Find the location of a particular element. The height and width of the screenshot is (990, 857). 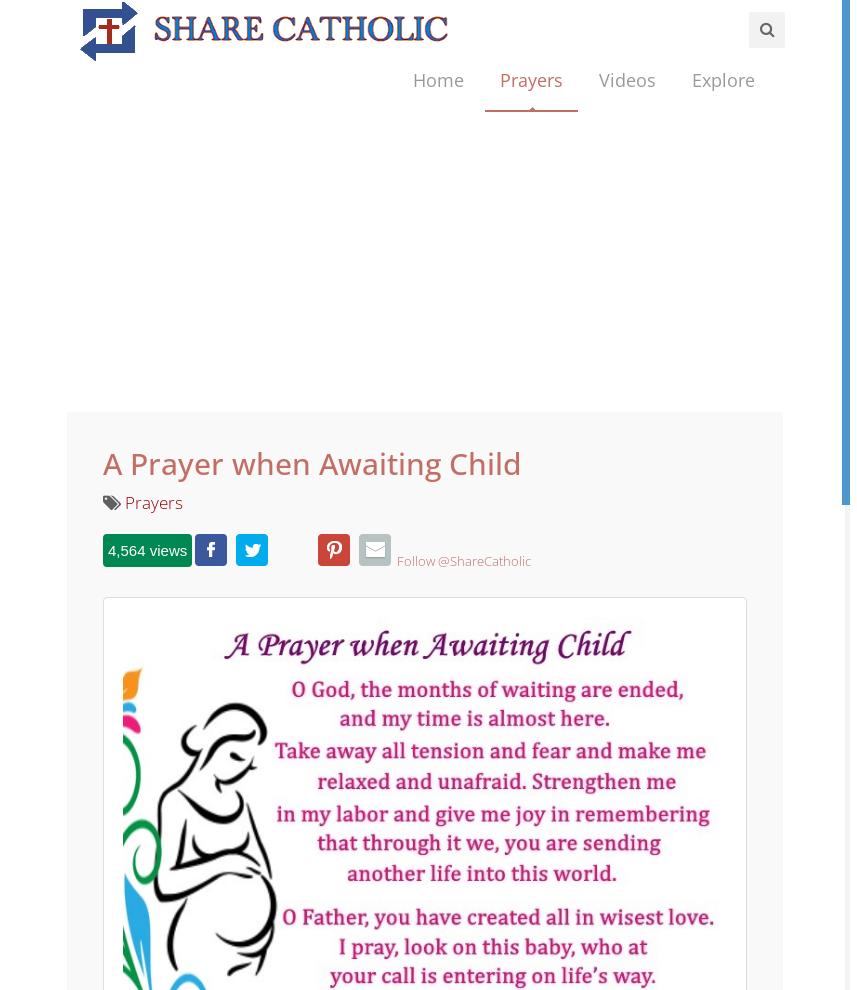

'4,564 views' is located at coordinates (146, 604).